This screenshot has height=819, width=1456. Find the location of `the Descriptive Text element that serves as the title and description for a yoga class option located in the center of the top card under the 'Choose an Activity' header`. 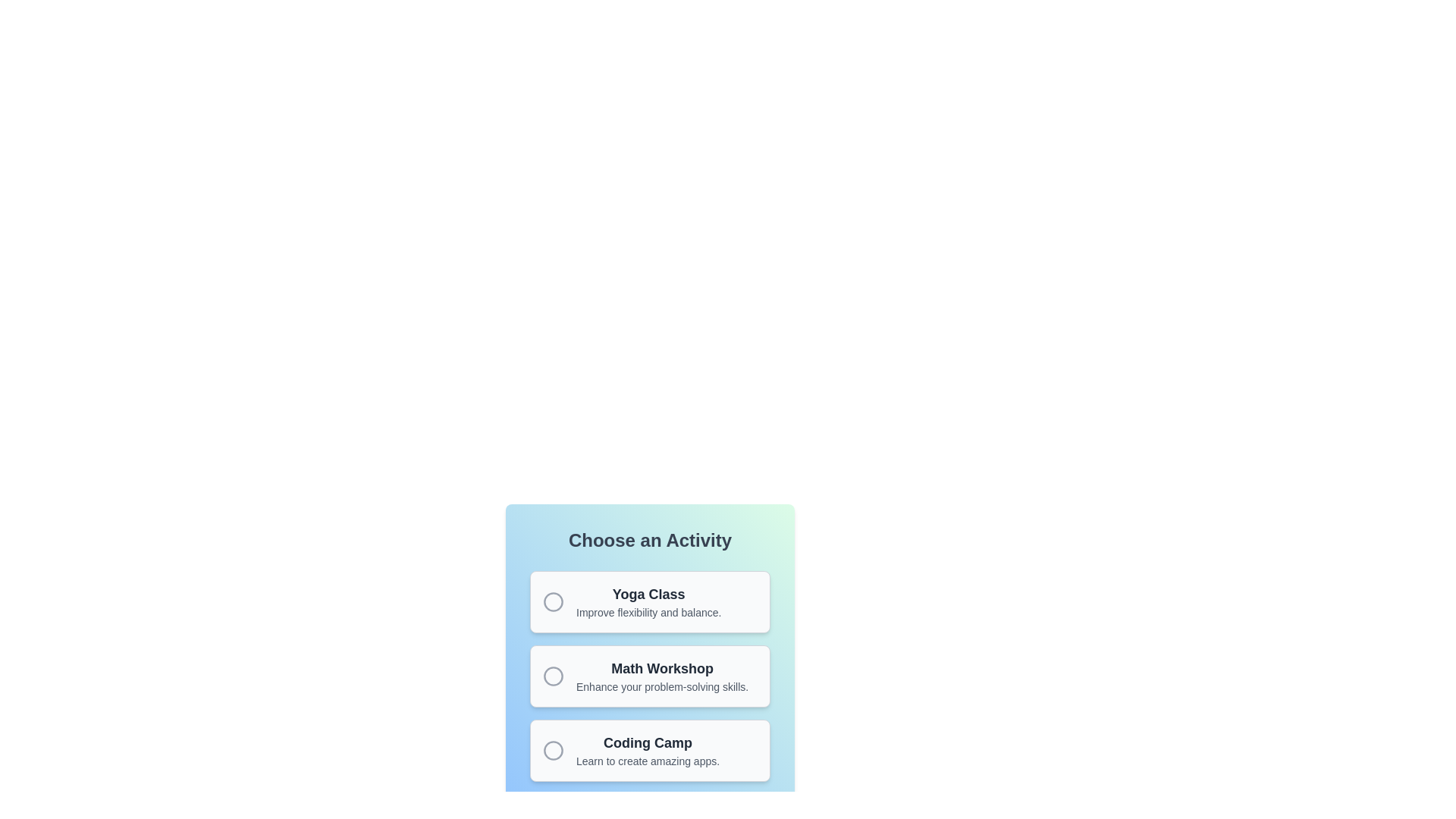

the Descriptive Text element that serves as the title and description for a yoga class option located in the center of the top card under the 'Choose an Activity' header is located at coordinates (648, 601).